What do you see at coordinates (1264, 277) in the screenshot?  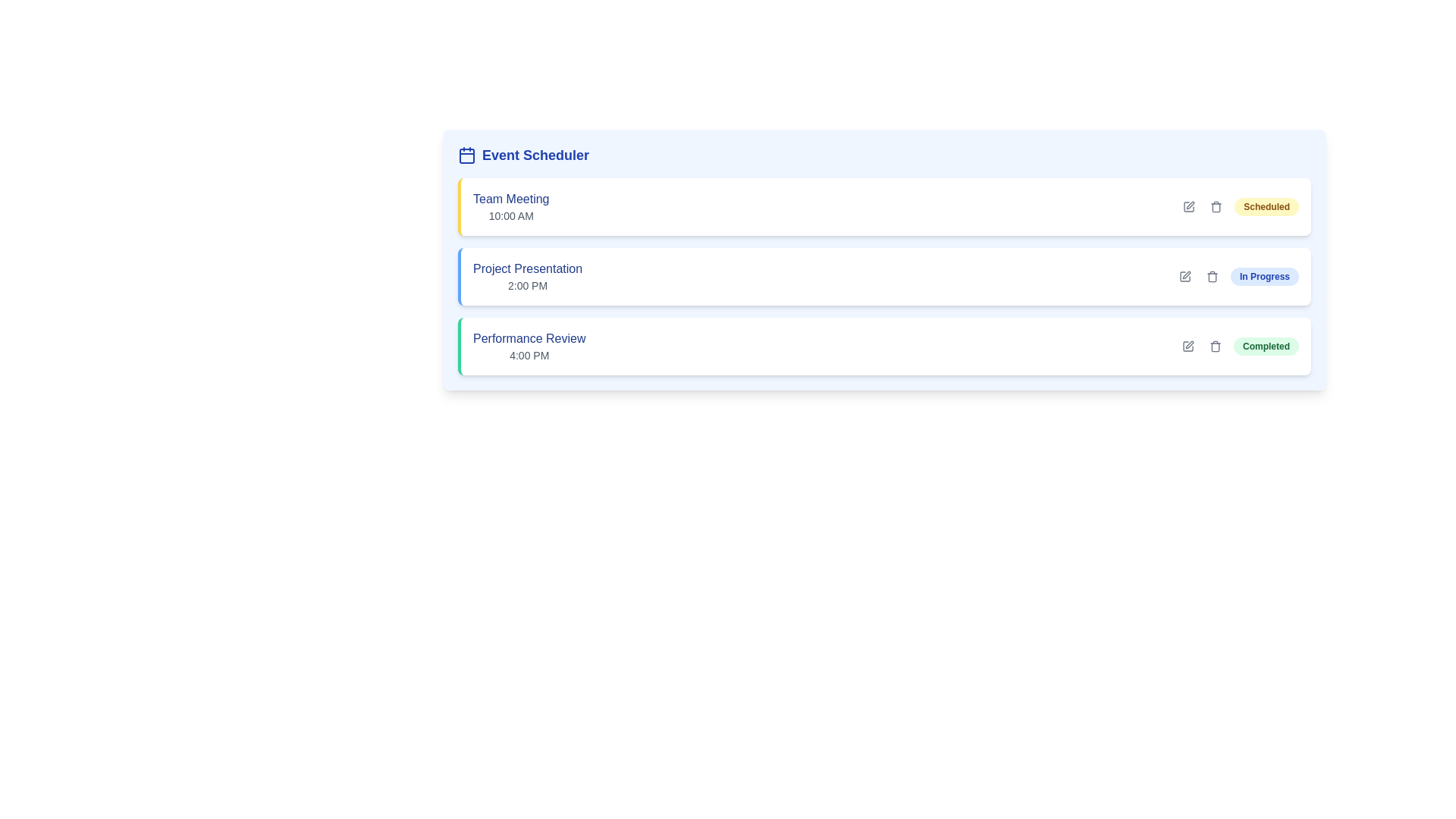 I see `'In Progress' label, which is a light blue badge with bold blue text, located in the right section of the second row of events in the scheduler interface, to gather status information` at bounding box center [1264, 277].